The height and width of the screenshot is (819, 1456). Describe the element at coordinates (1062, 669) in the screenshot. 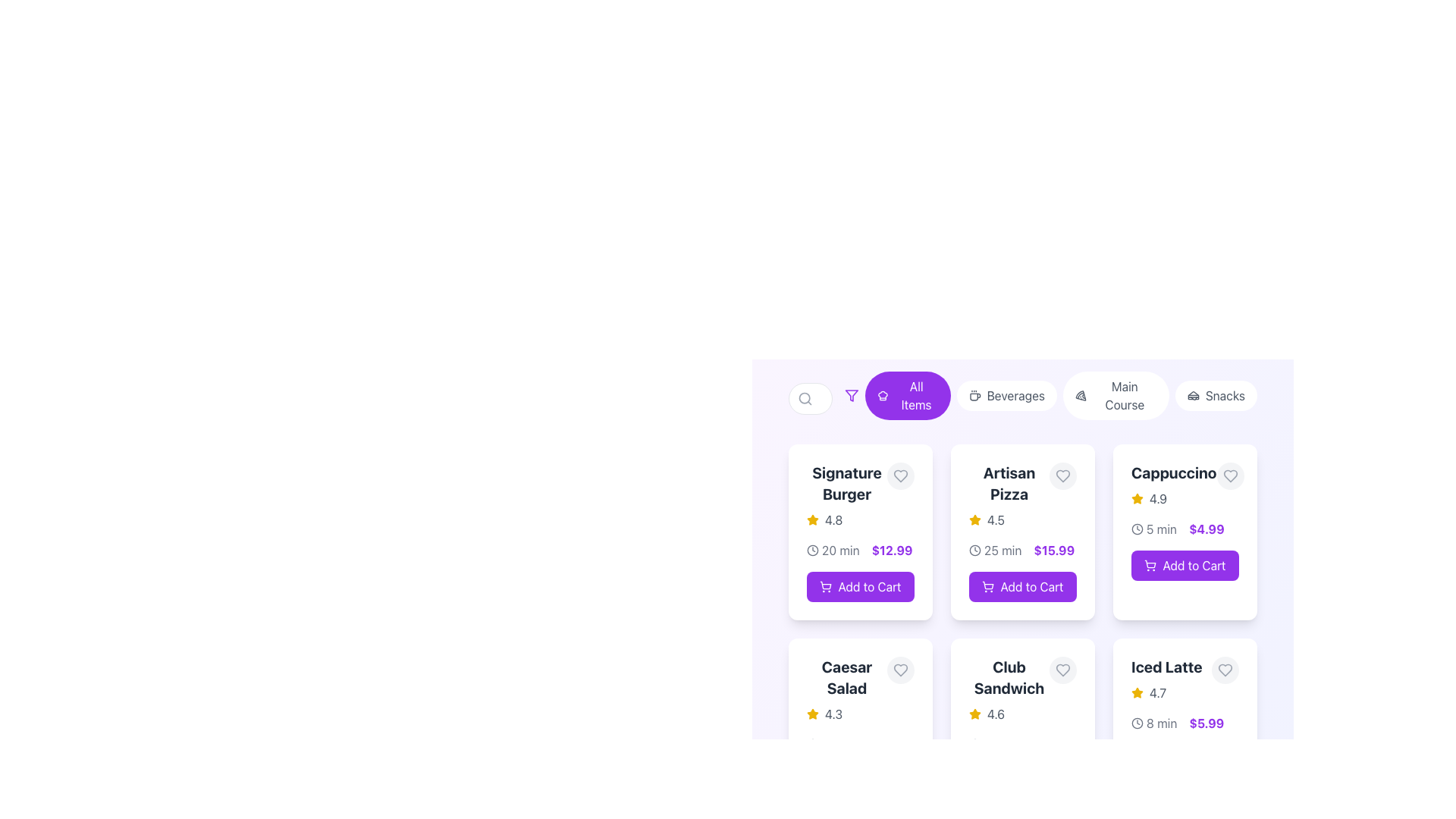

I see `the favorite icon located in the top-right corner of the 'Club Sandwich' card` at that location.